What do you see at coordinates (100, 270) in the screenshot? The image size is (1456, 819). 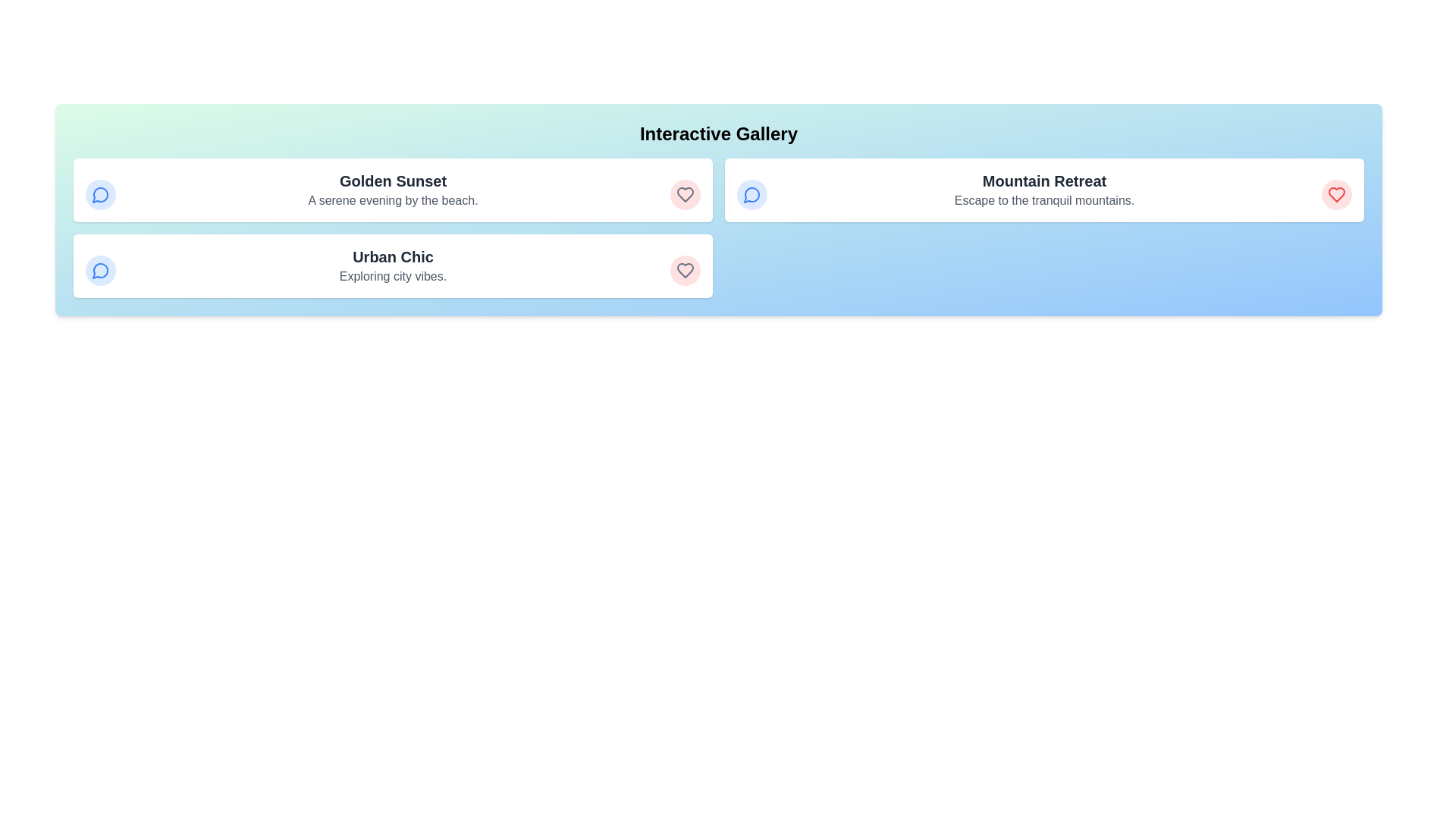 I see `the message icon for the item titled Urban Chic` at bounding box center [100, 270].